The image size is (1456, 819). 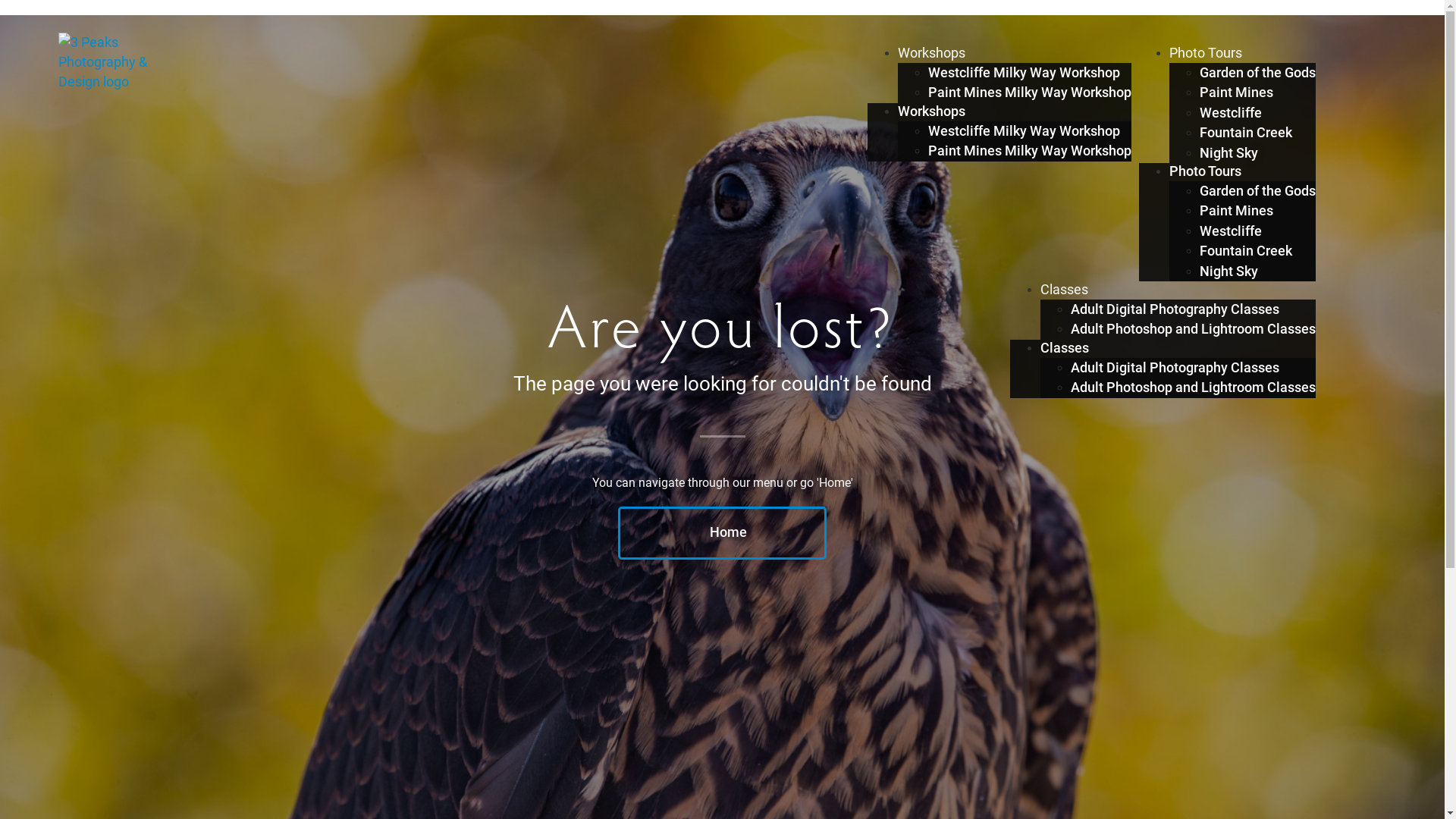 I want to click on 'Fountain Creek', so click(x=1245, y=250).